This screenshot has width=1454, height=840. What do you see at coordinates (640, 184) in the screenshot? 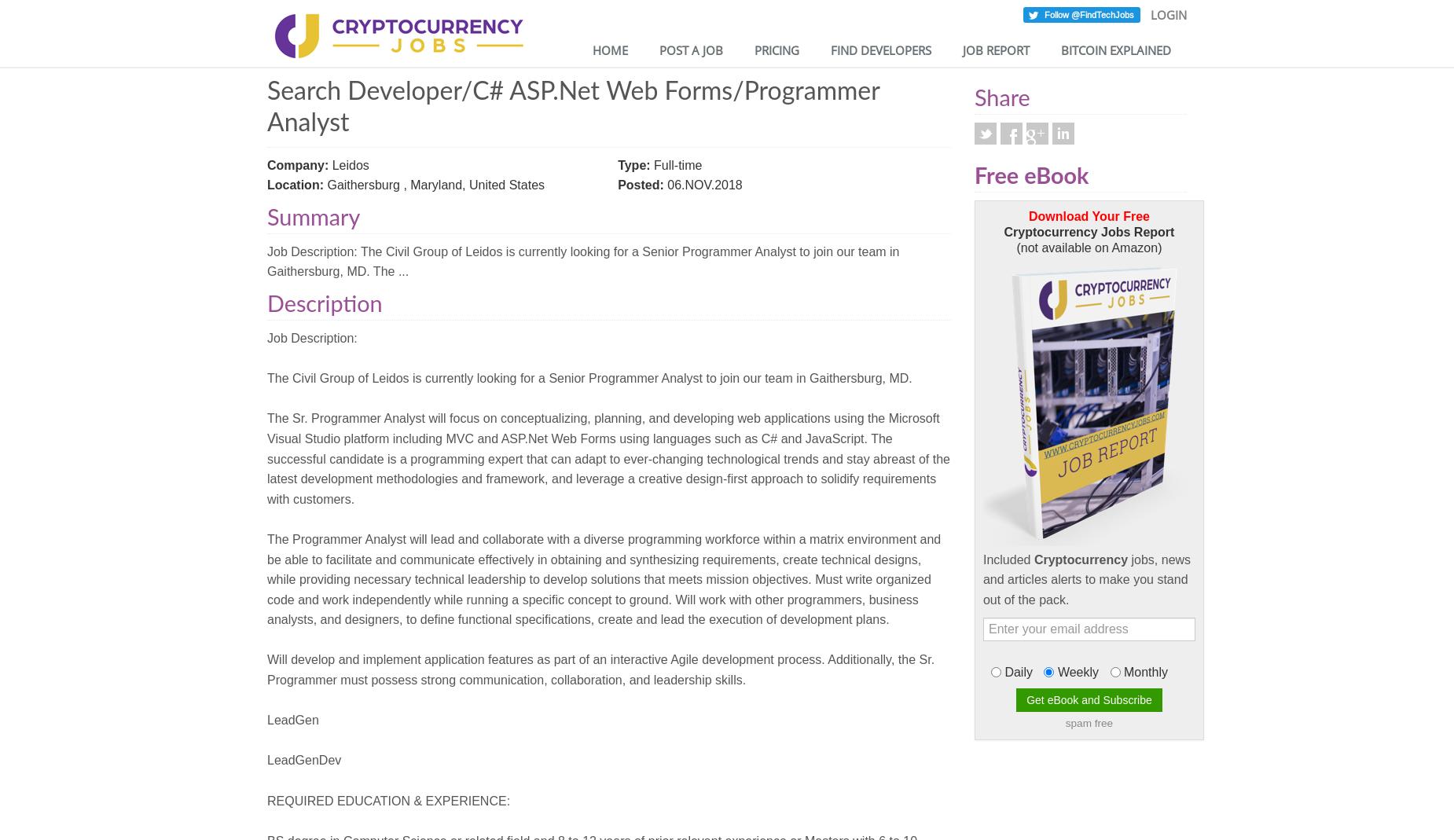
I see `'Posted:'` at bounding box center [640, 184].